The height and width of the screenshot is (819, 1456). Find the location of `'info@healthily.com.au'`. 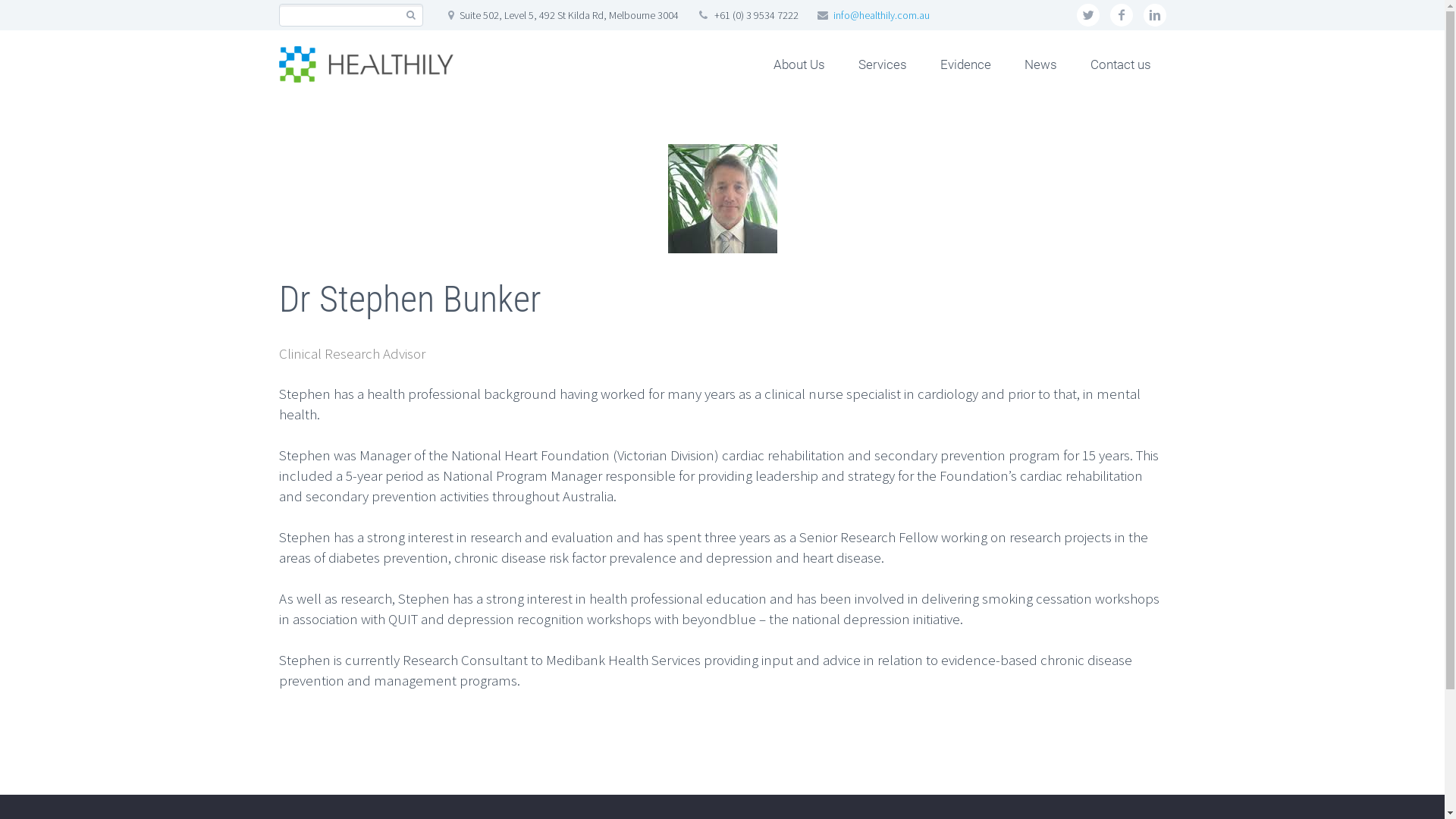

'info@healthily.com.au' is located at coordinates (881, 14).